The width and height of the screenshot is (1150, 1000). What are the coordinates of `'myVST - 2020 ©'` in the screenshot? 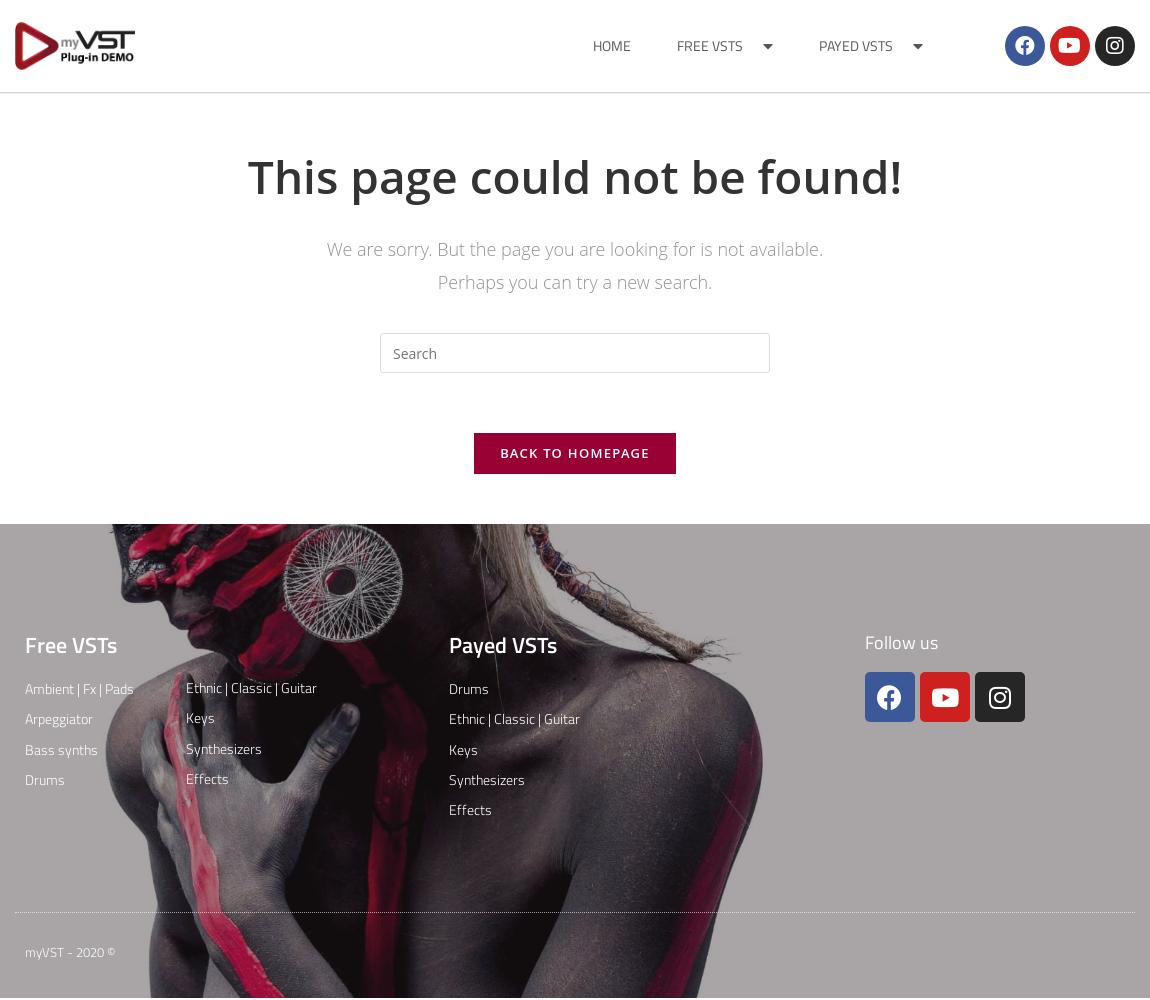 It's located at (69, 951).